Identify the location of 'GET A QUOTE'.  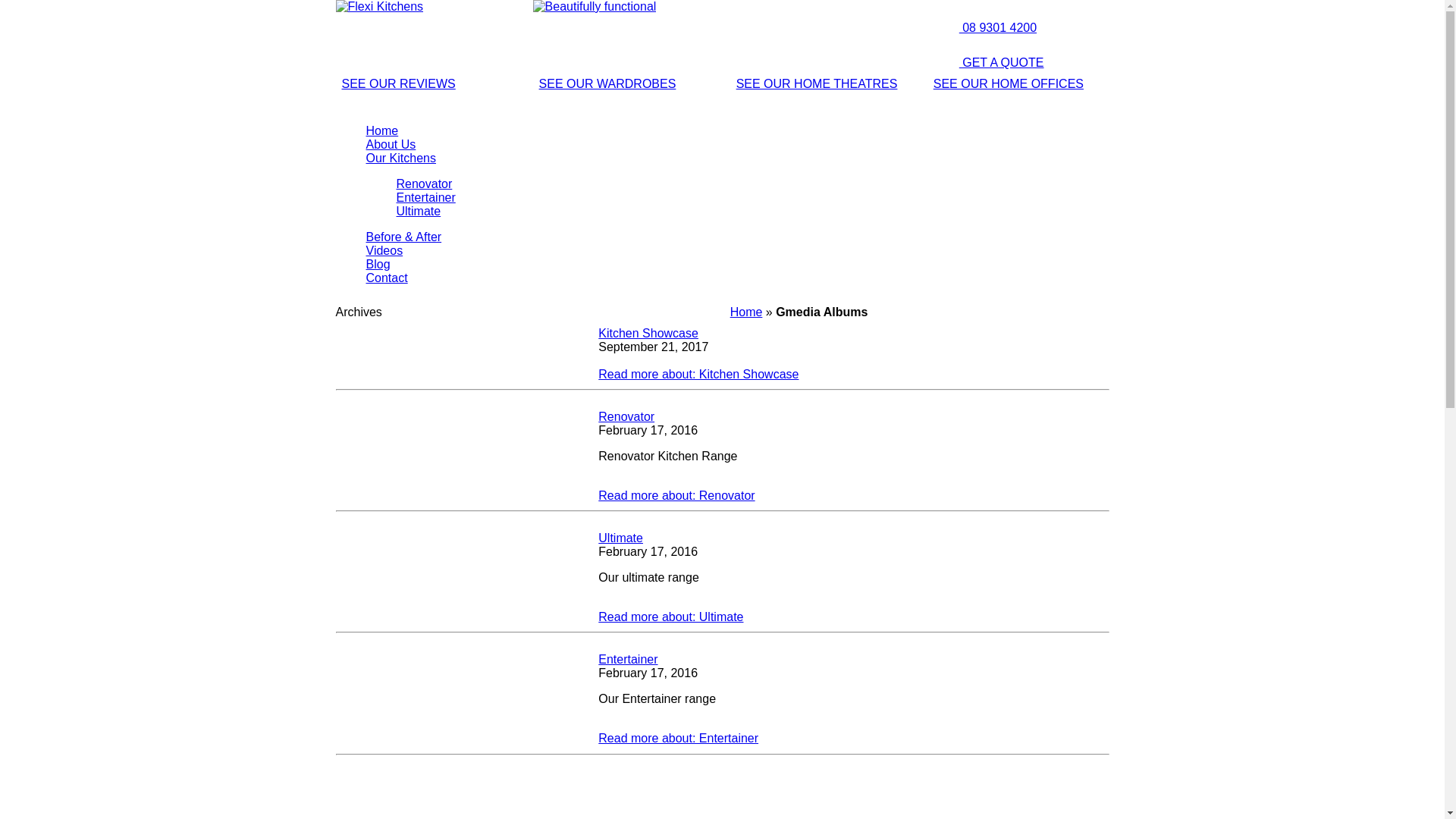
(986, 61).